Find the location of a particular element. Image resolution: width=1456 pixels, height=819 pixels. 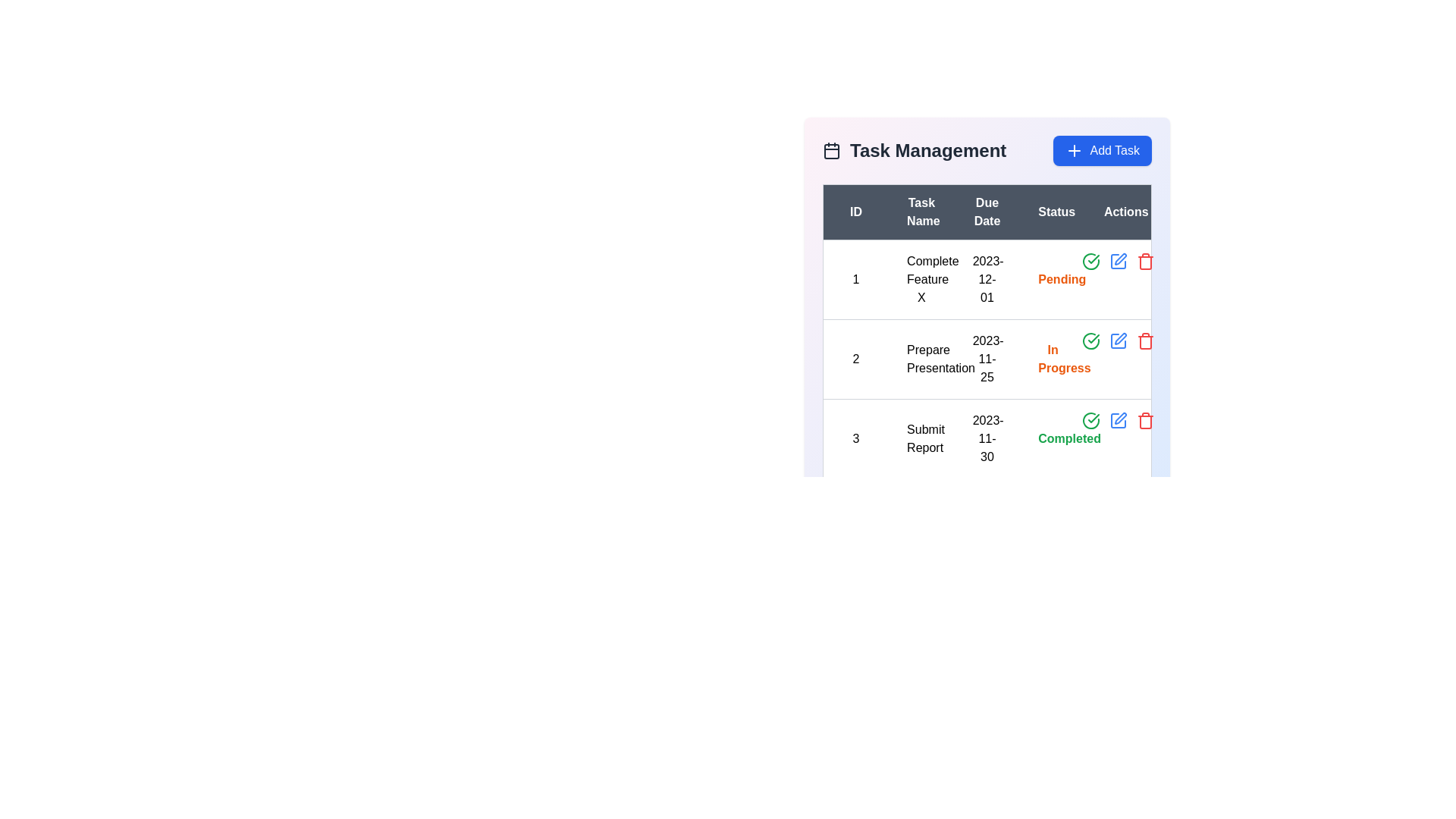

the small green checkmark icon in the 'Actions' column of the third row of the table, which indicates the completion of the 'Submit Report' task is located at coordinates (1094, 418).